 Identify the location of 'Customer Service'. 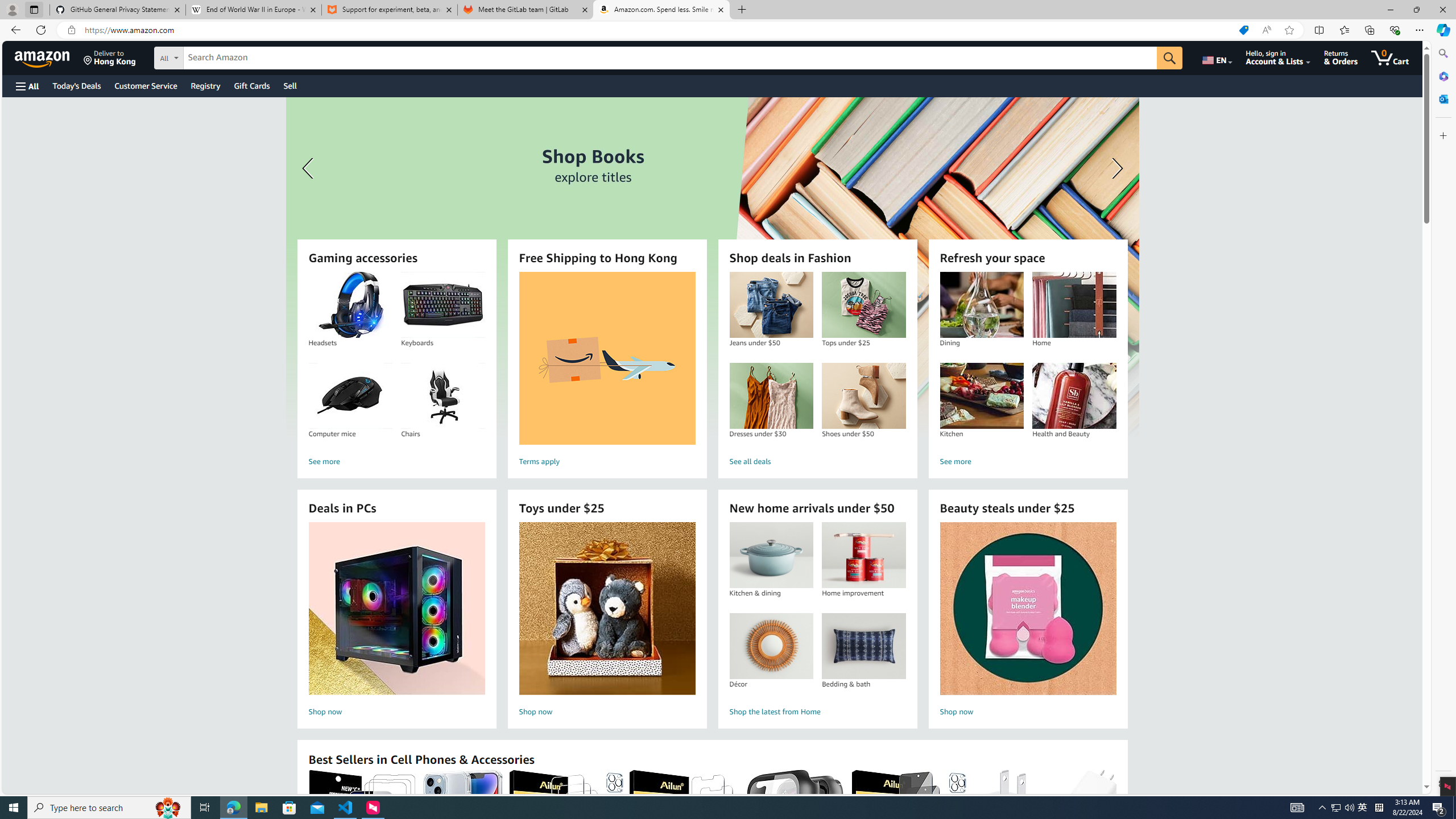
(146, 85).